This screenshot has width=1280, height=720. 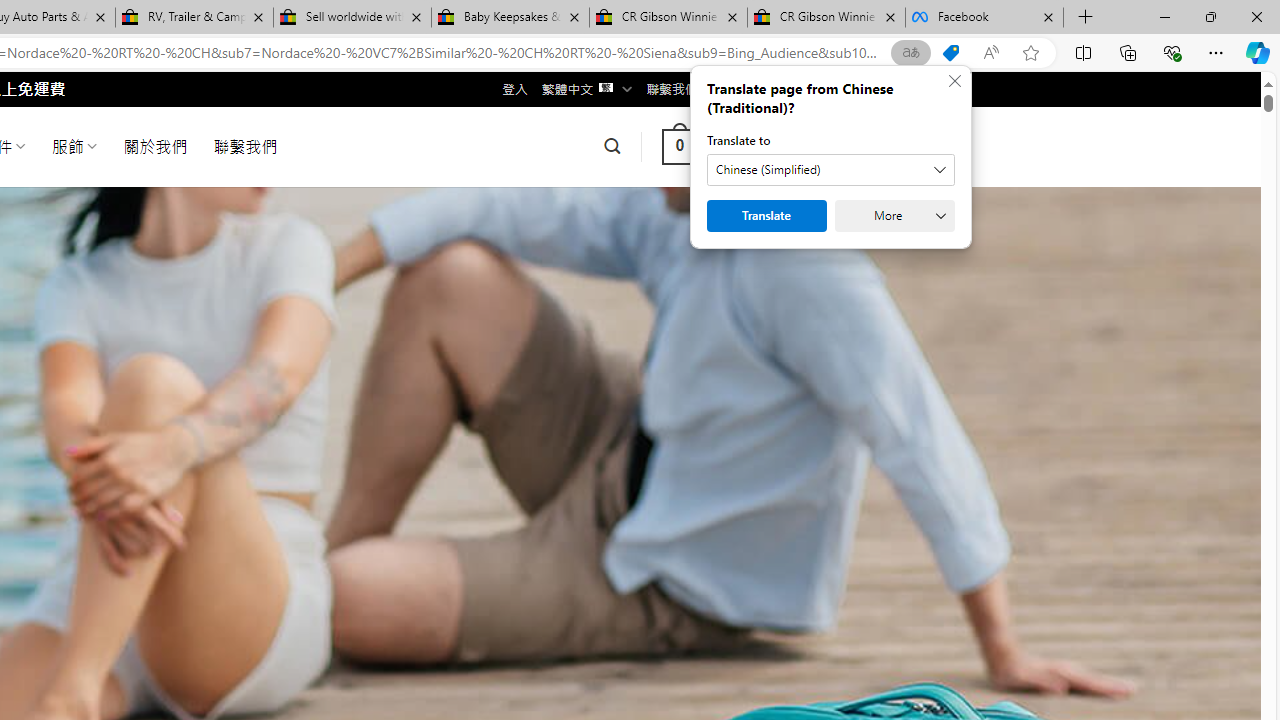 I want to click on '  0  ', so click(x=679, y=145).